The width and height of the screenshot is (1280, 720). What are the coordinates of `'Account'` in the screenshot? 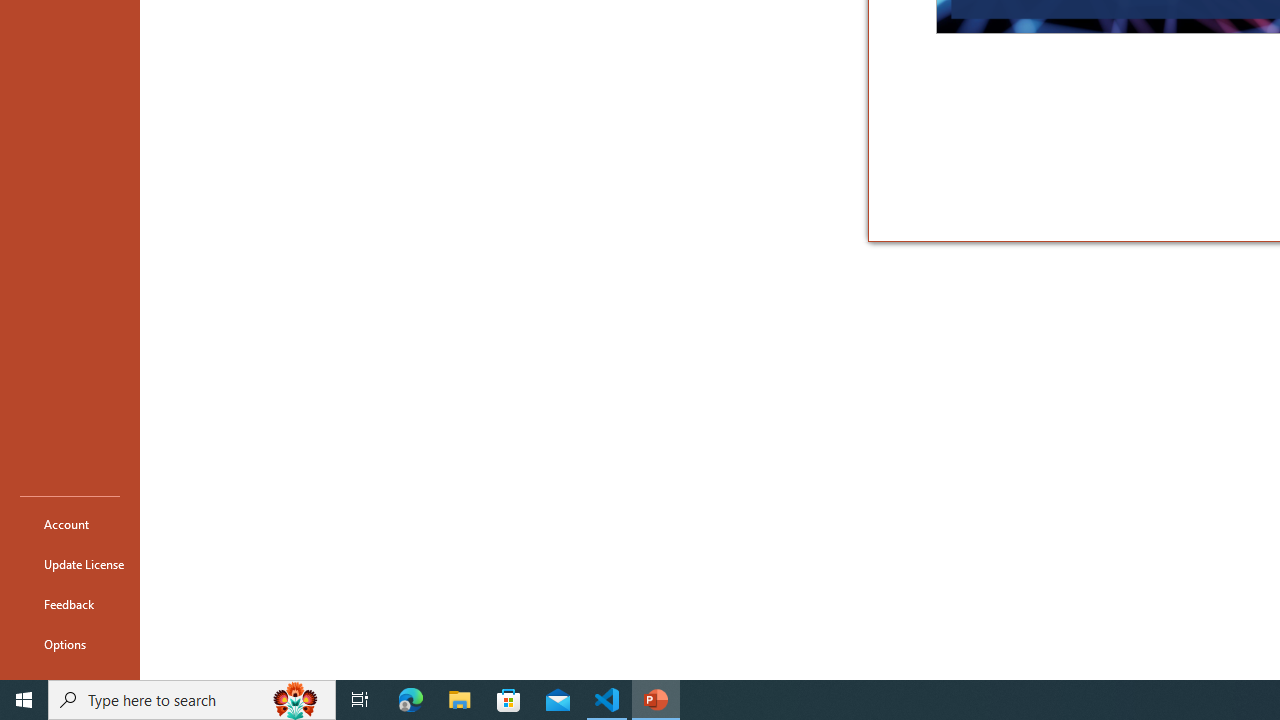 It's located at (69, 523).